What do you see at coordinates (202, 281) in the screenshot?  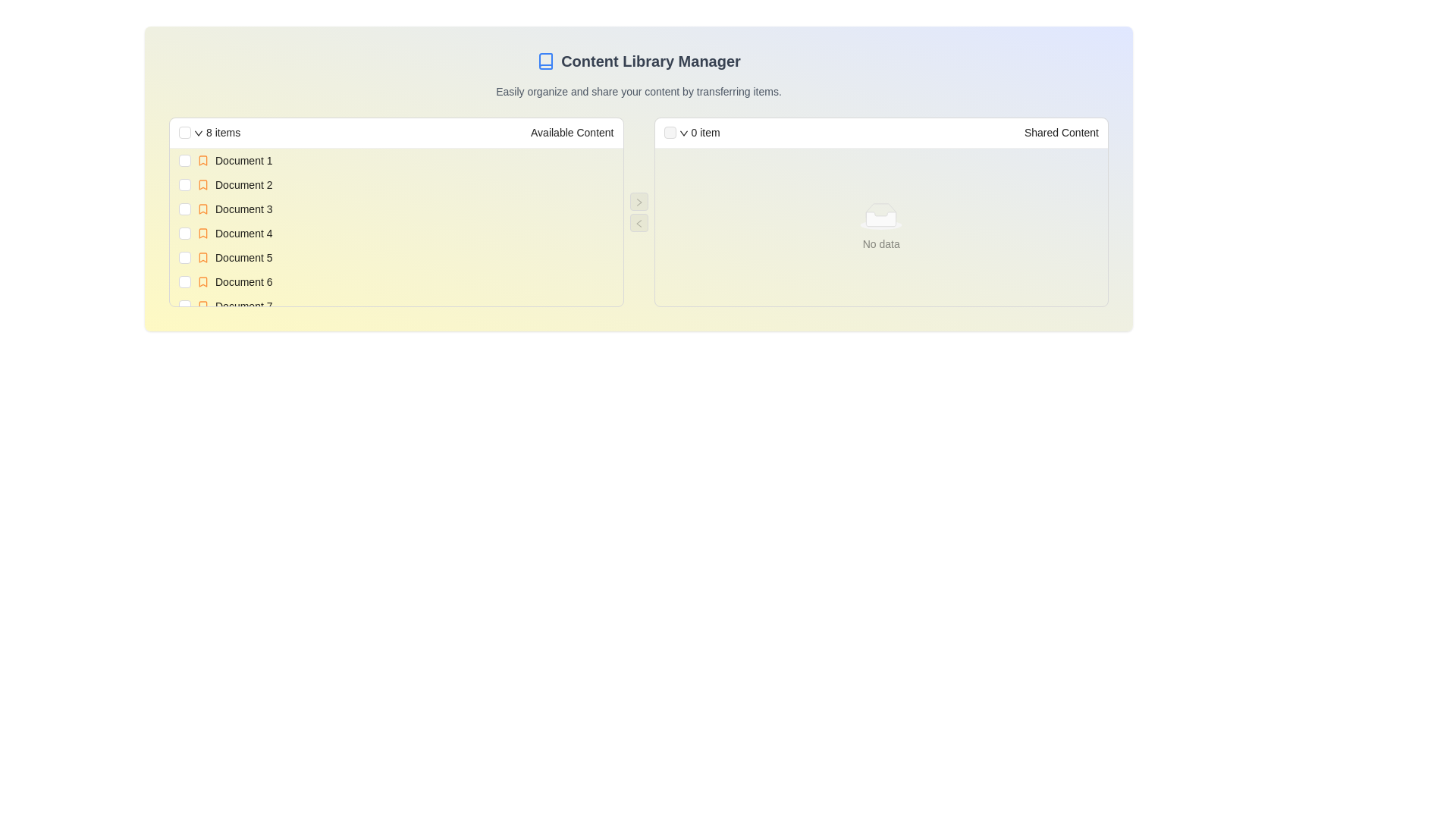 I see `the sixth bookmark icon located to the left of the 'Document 6' text entry in the vertical list of documents` at bounding box center [202, 281].